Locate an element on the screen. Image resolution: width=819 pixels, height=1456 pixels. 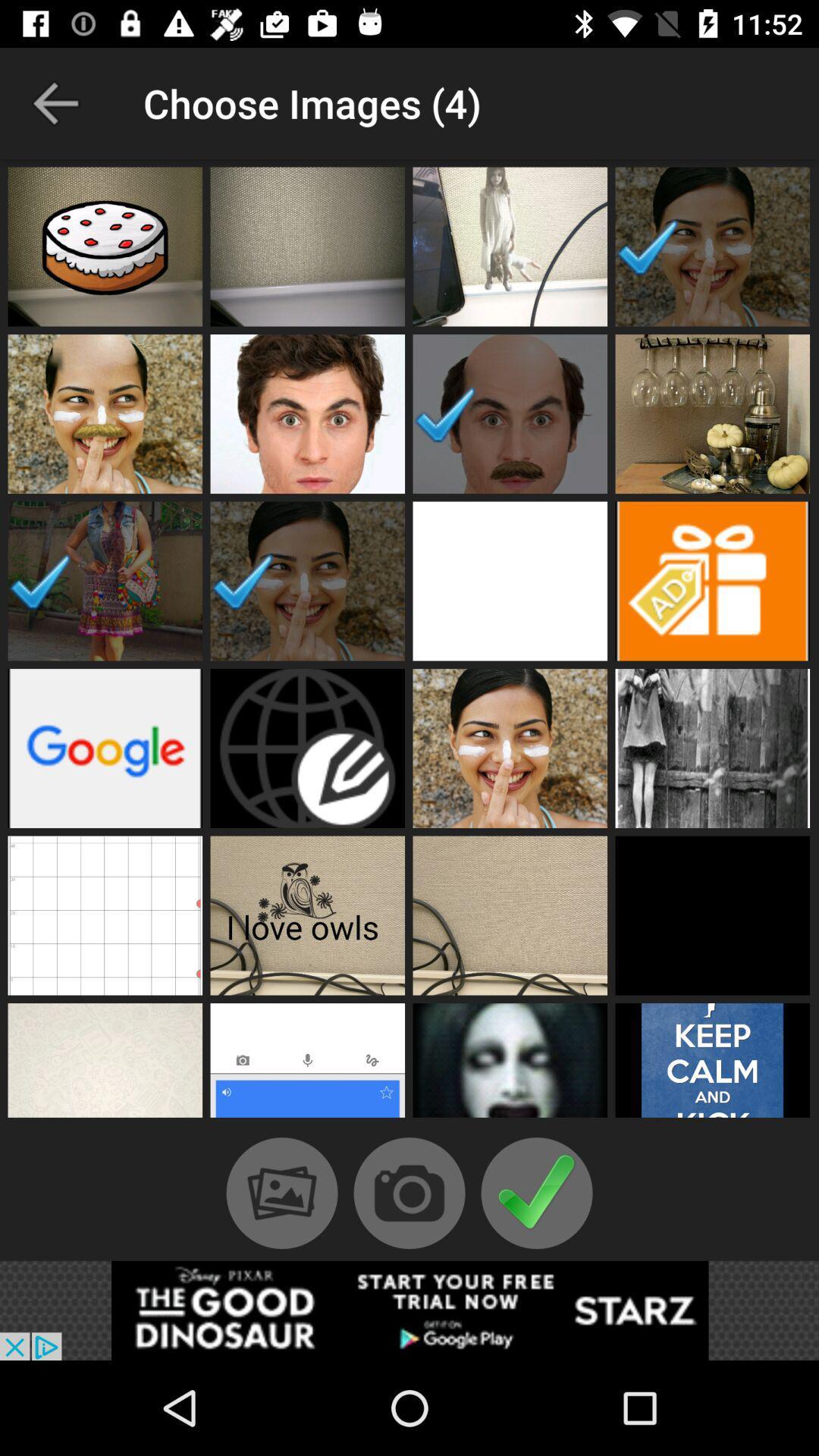
image square is located at coordinates (712, 414).